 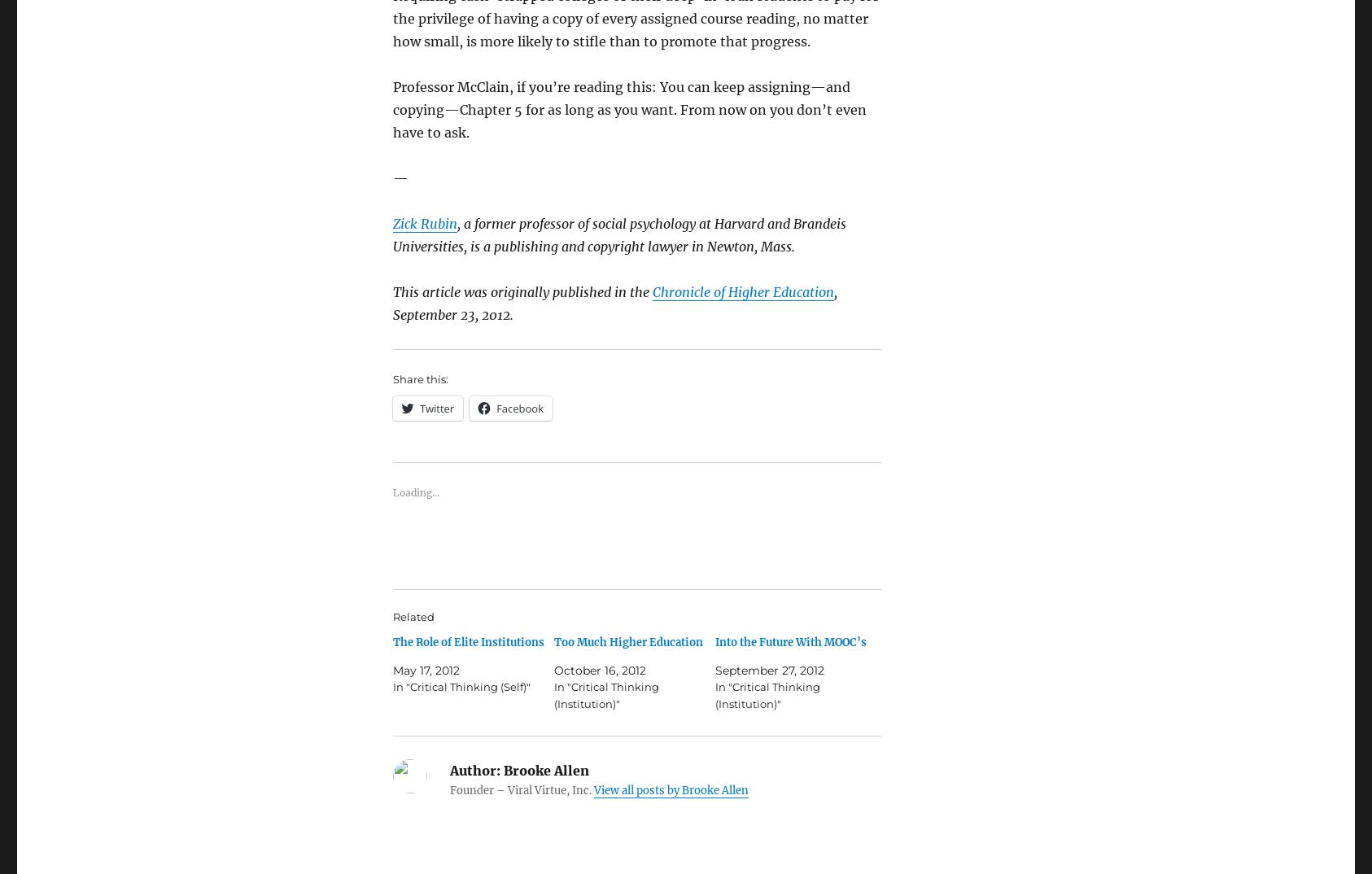 What do you see at coordinates (416, 492) in the screenshot?
I see `'Loading...'` at bounding box center [416, 492].